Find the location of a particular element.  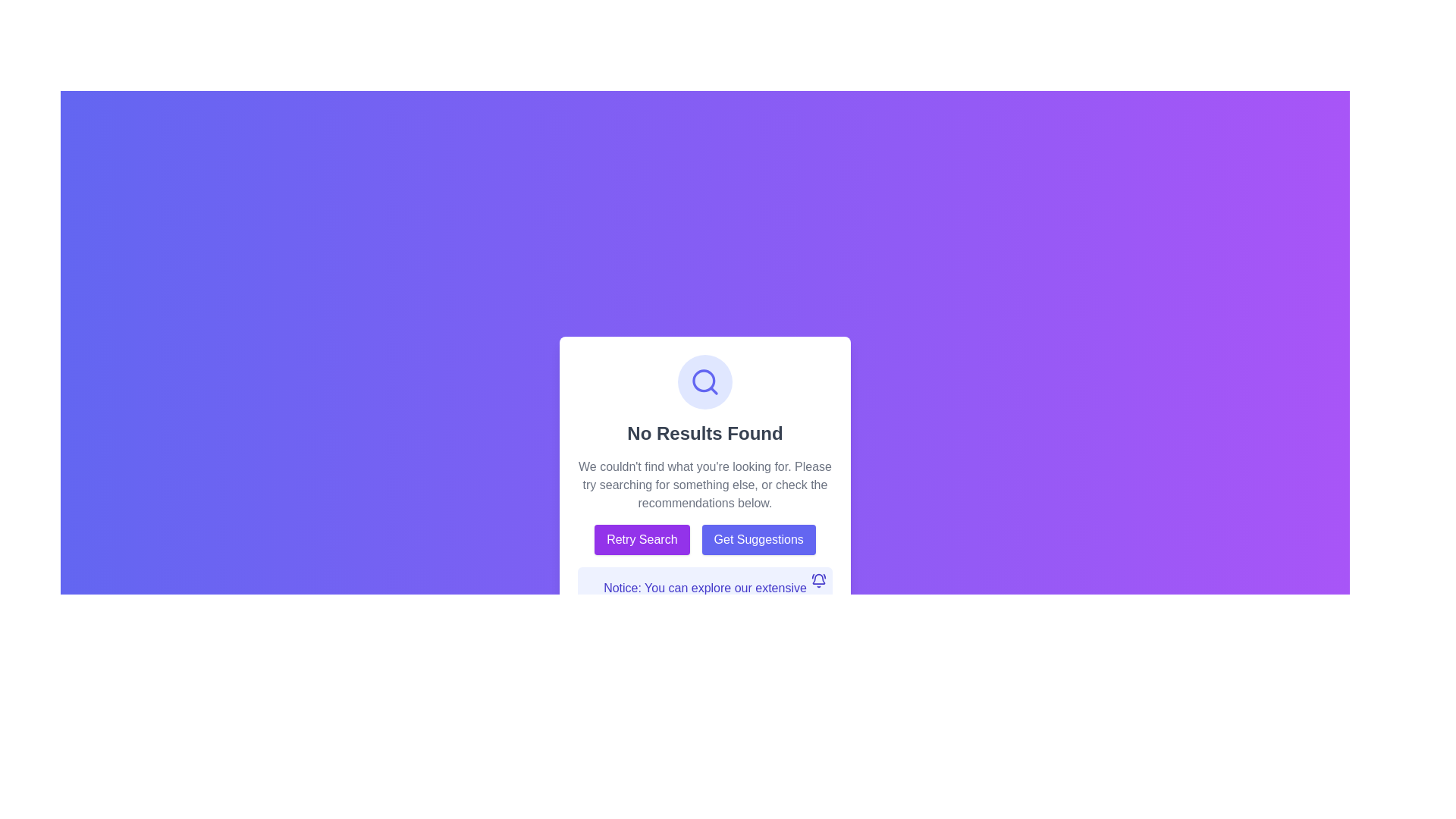

the 'Retry Search' button, which is a rectangular button with bold white text on a purple background, located at the bottom section of the central card is located at coordinates (642, 539).